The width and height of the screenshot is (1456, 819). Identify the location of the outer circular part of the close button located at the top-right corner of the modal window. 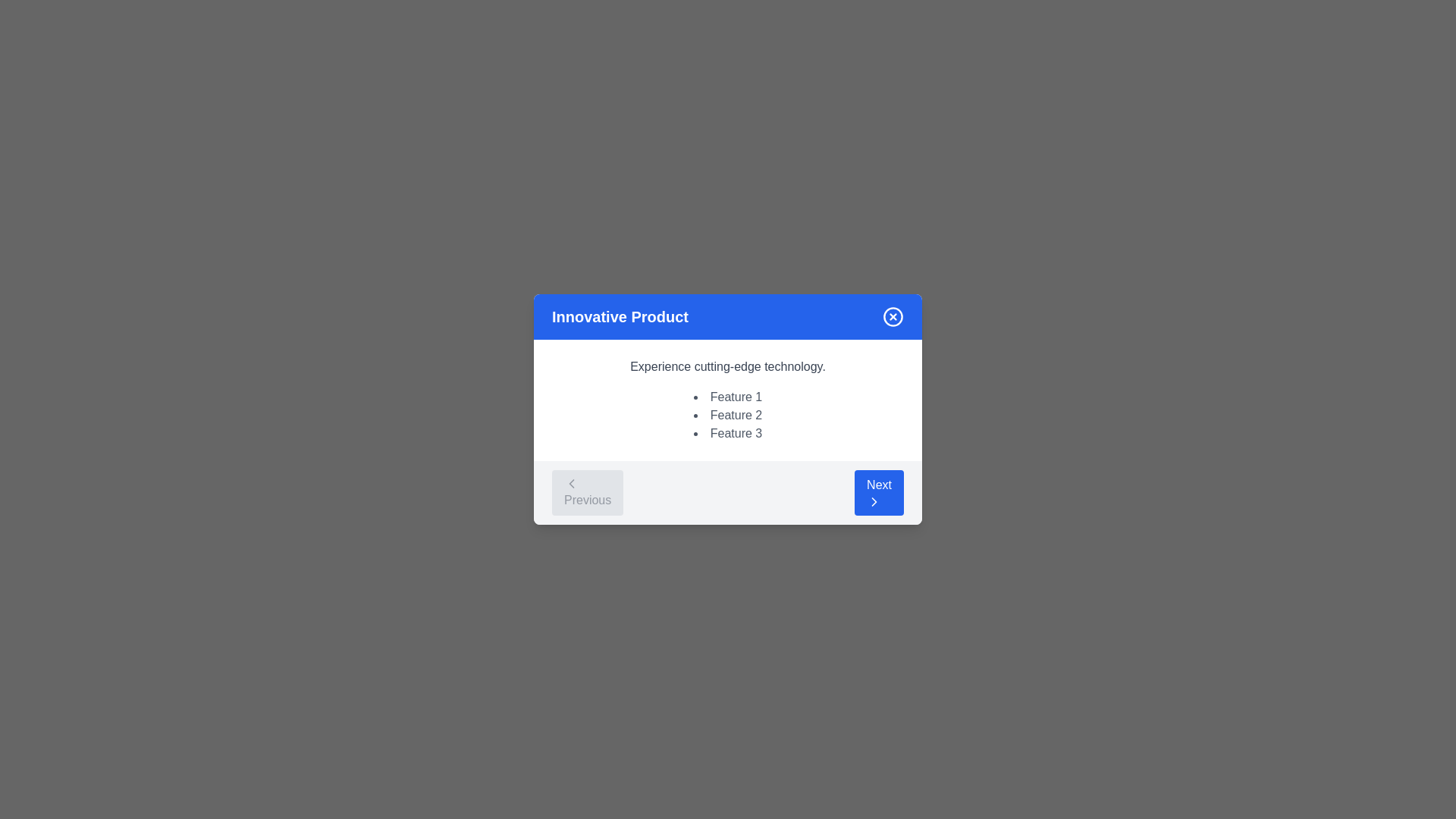
(893, 315).